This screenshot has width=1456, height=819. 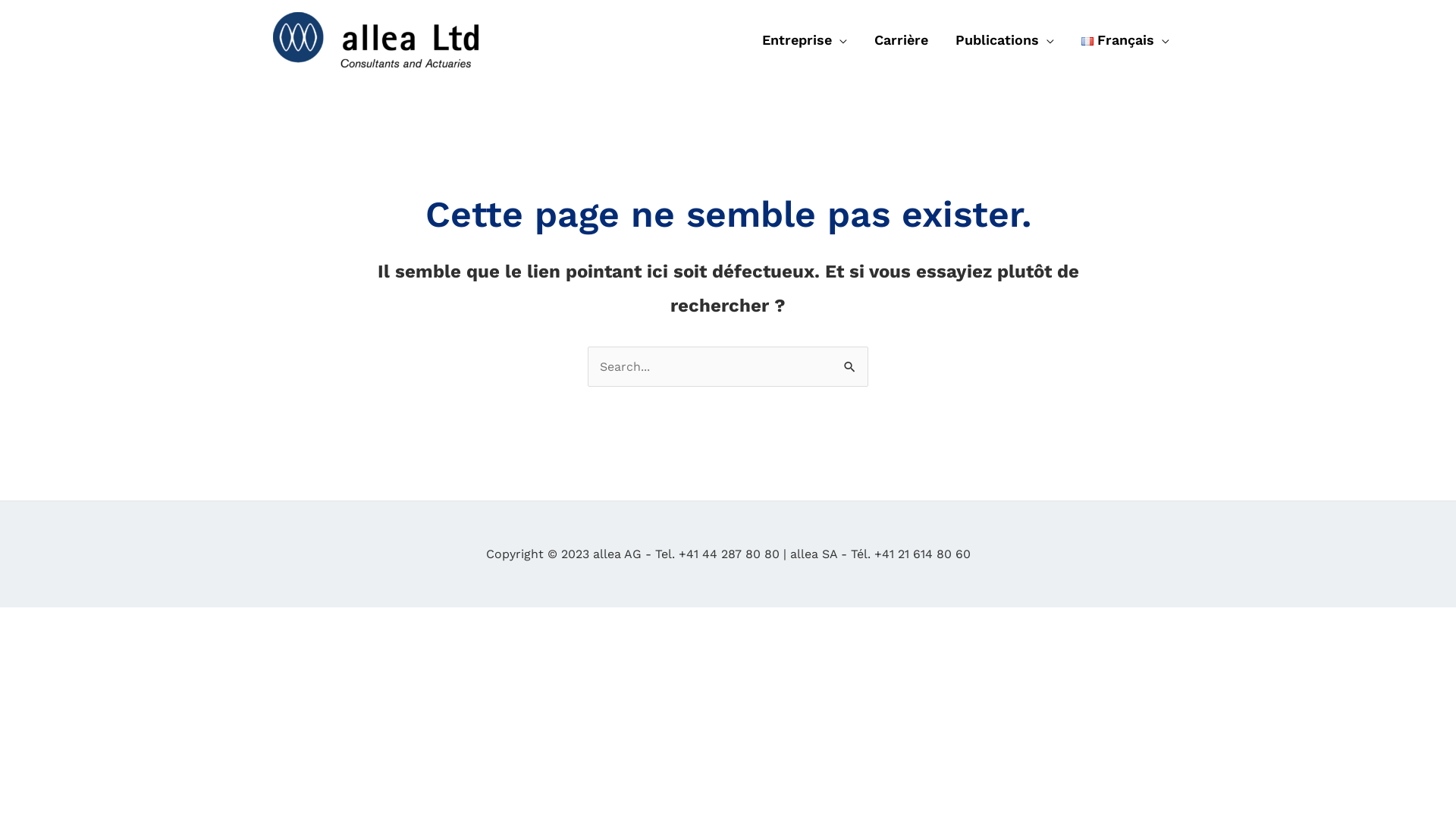 I want to click on 'Entreprise', so click(x=803, y=39).